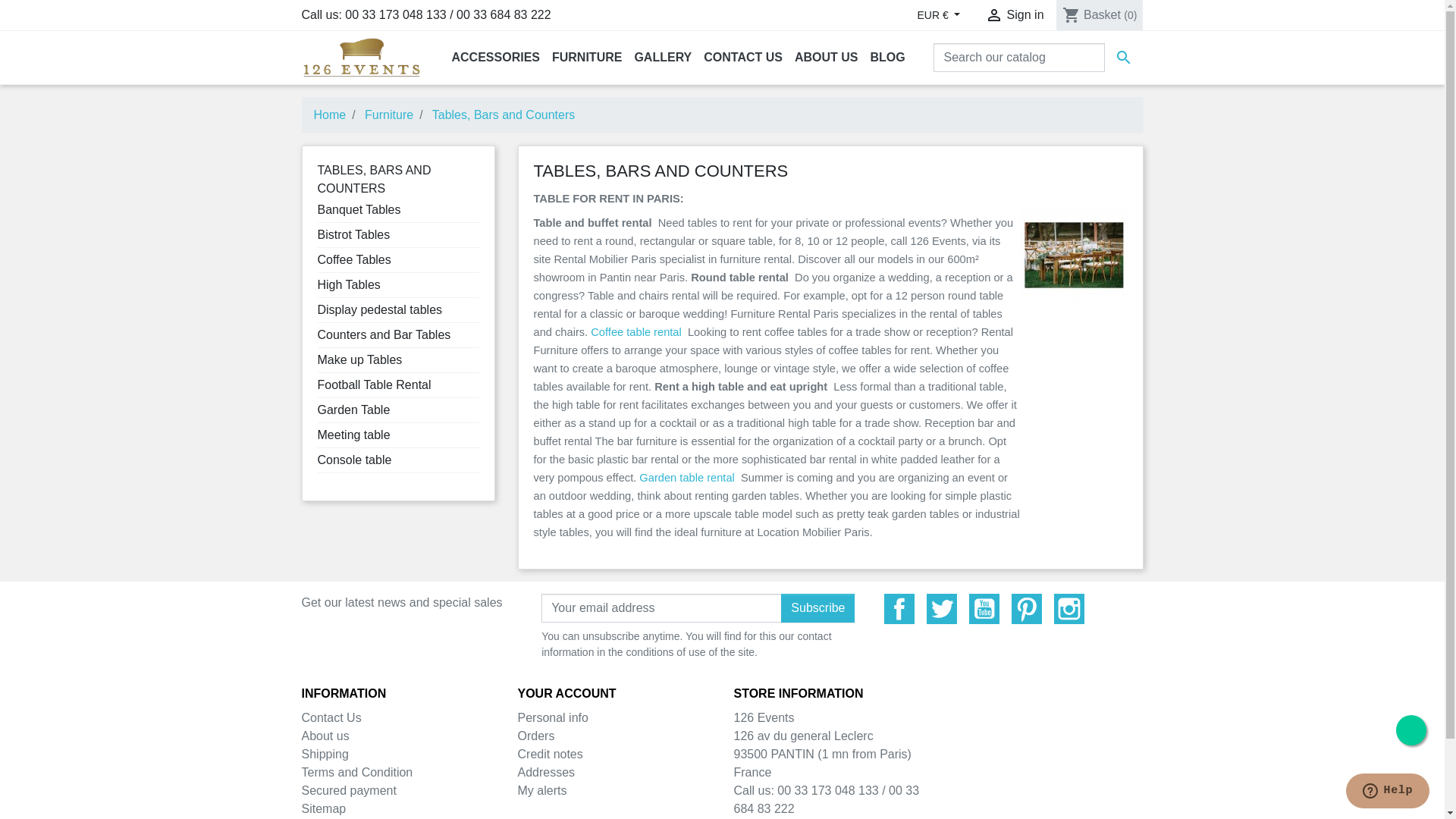 This screenshot has height=819, width=1456. Describe the element at coordinates (352, 234) in the screenshot. I see `'Bistrot Tables'` at that location.